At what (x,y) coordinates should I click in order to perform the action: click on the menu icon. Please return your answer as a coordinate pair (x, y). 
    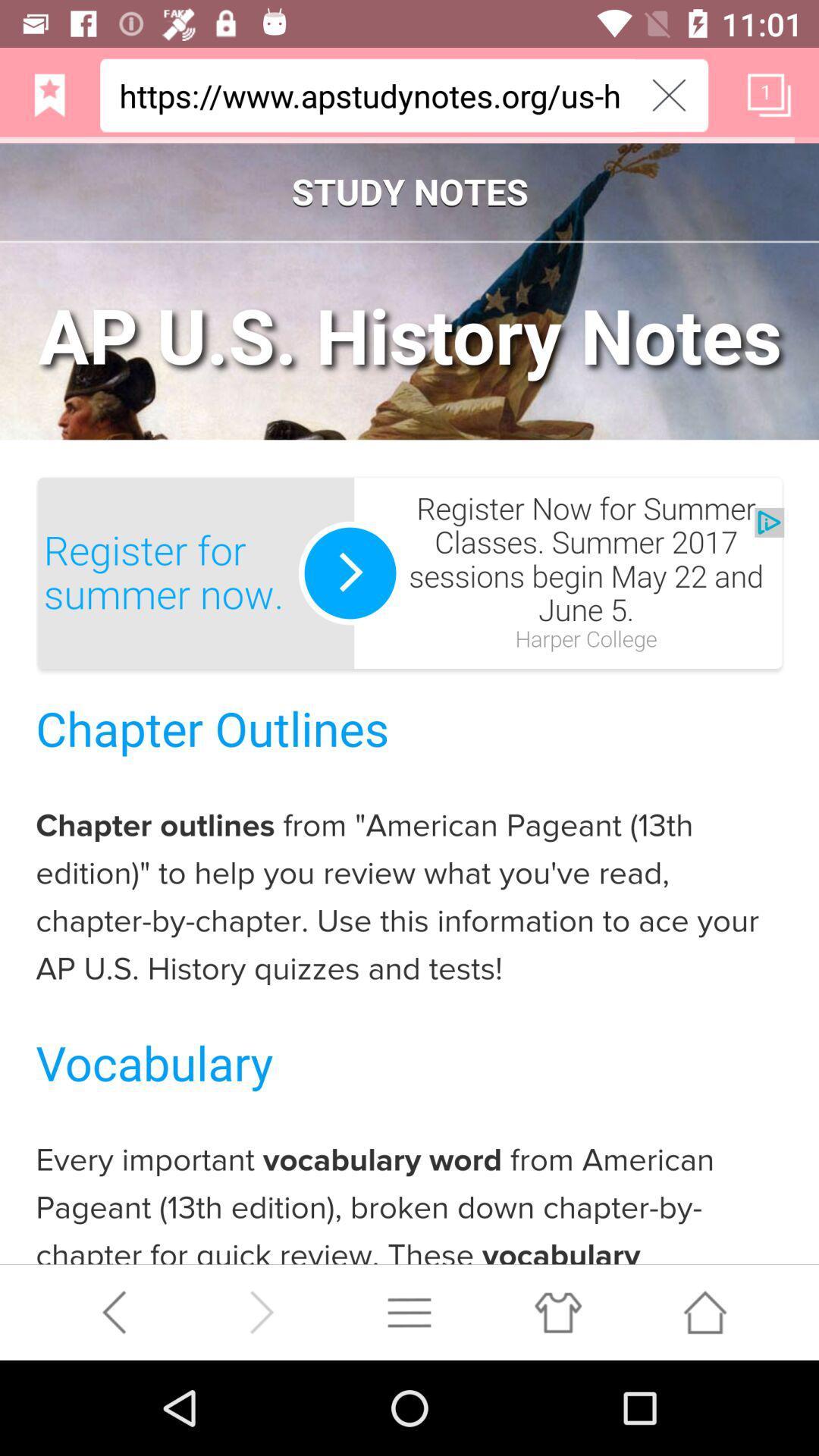
    Looking at the image, I should click on (409, 1404).